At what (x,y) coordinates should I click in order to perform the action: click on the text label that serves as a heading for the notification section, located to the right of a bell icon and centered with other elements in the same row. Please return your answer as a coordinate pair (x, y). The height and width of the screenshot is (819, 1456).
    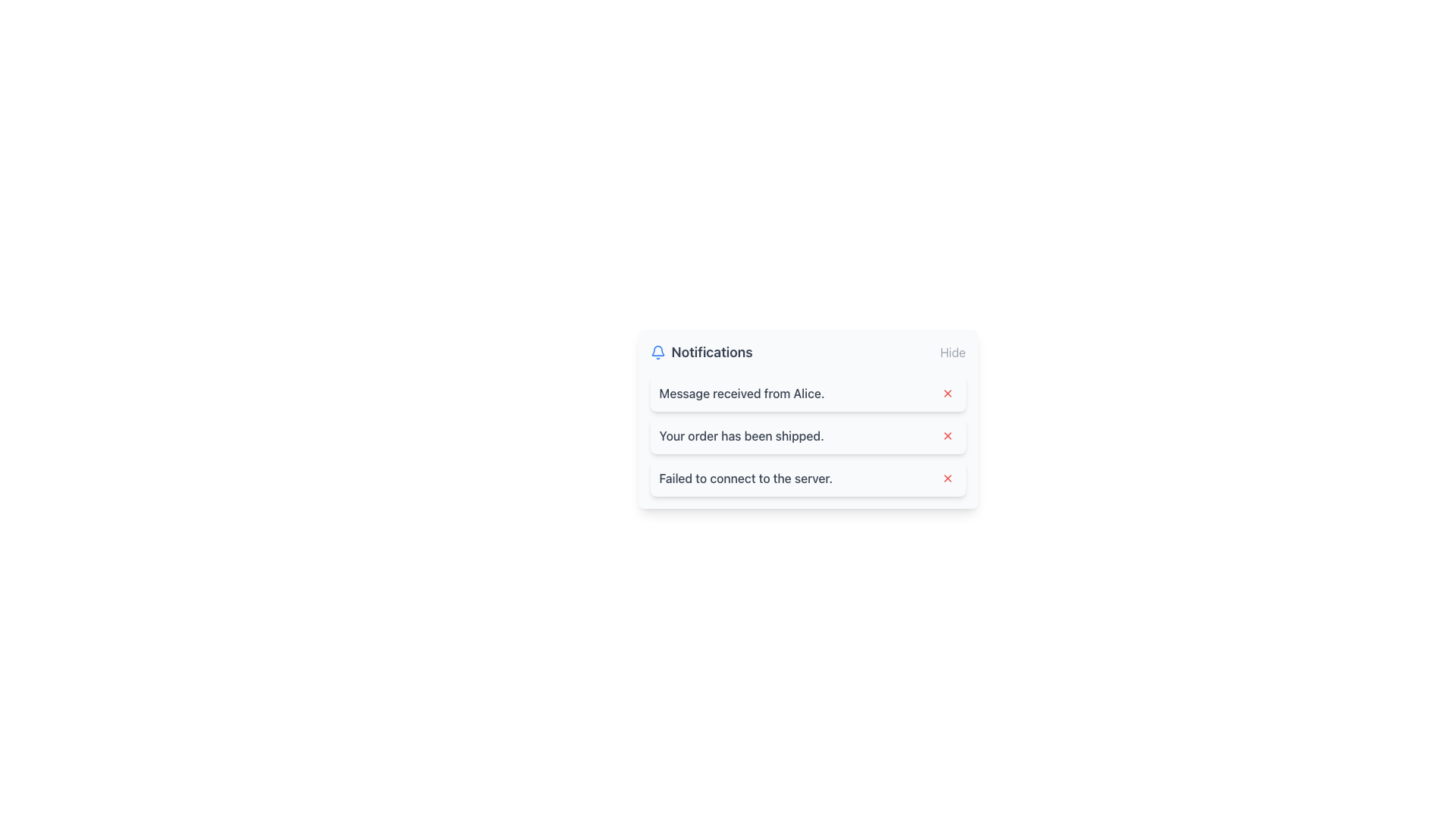
    Looking at the image, I should click on (711, 353).